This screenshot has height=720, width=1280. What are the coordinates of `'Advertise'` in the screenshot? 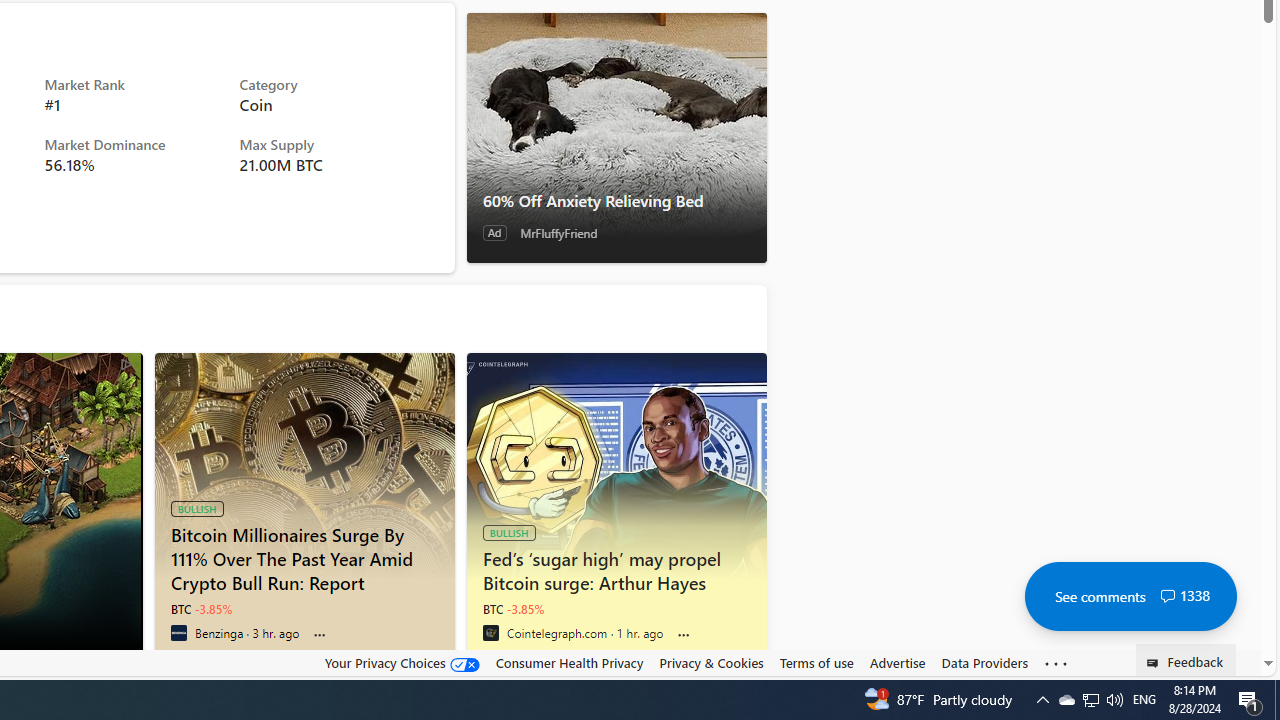 It's located at (896, 663).